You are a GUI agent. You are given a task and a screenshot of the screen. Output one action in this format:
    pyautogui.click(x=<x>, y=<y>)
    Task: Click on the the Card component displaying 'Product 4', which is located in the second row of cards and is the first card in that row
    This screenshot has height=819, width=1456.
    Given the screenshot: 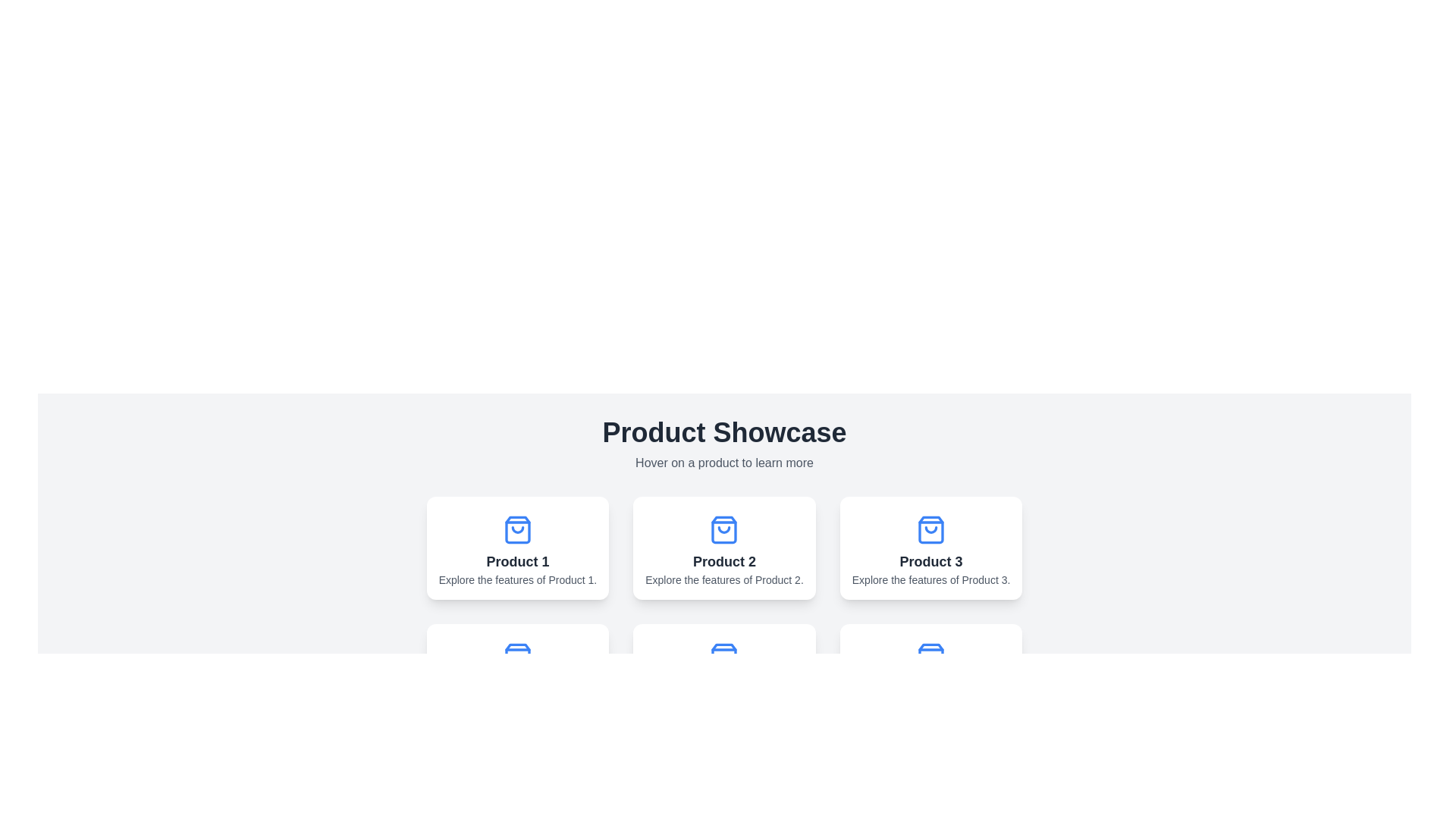 What is the action you would take?
    pyautogui.click(x=517, y=675)
    